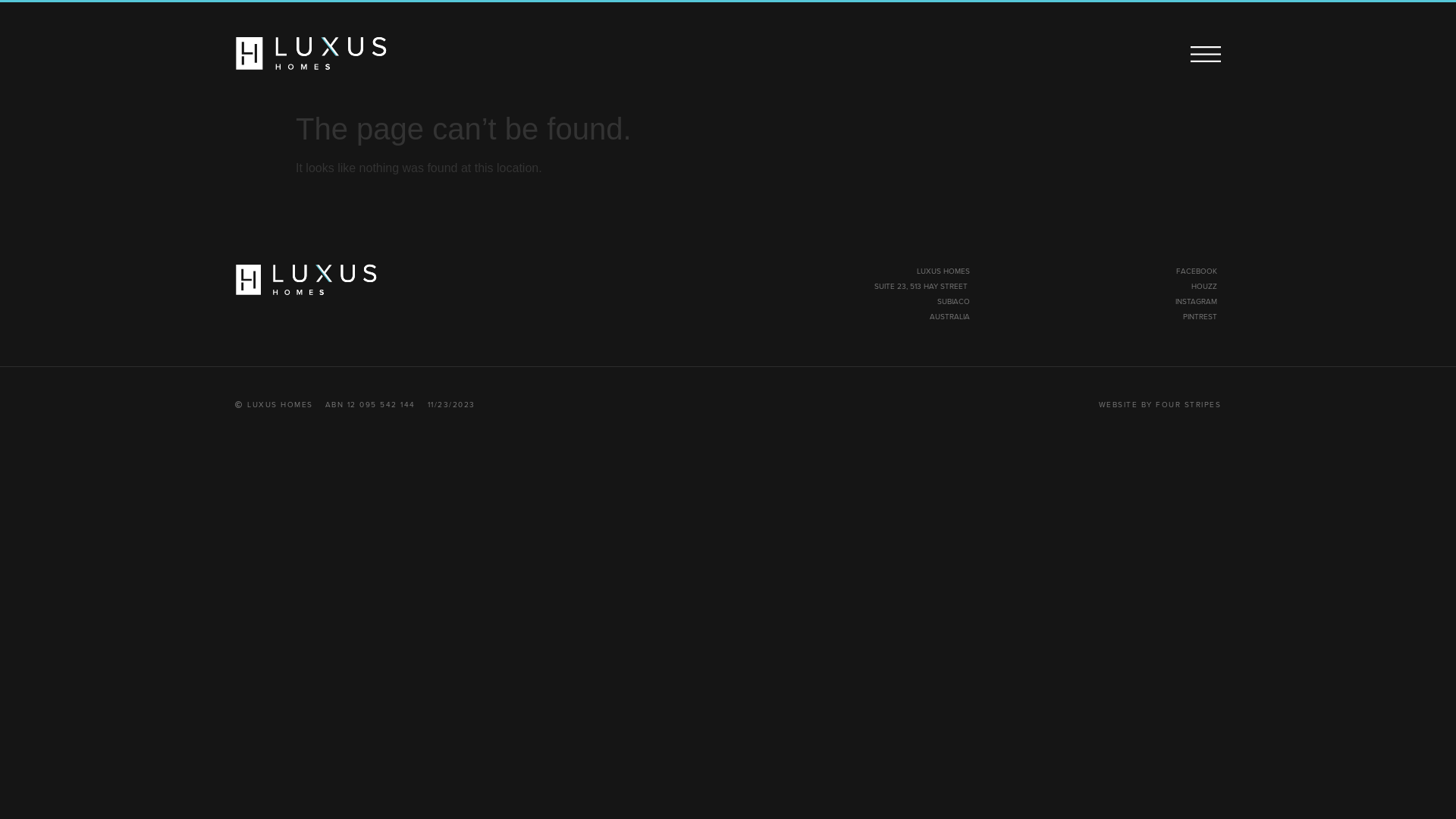 The image size is (1456, 819). I want to click on 'HOUZZ', so click(1203, 286).